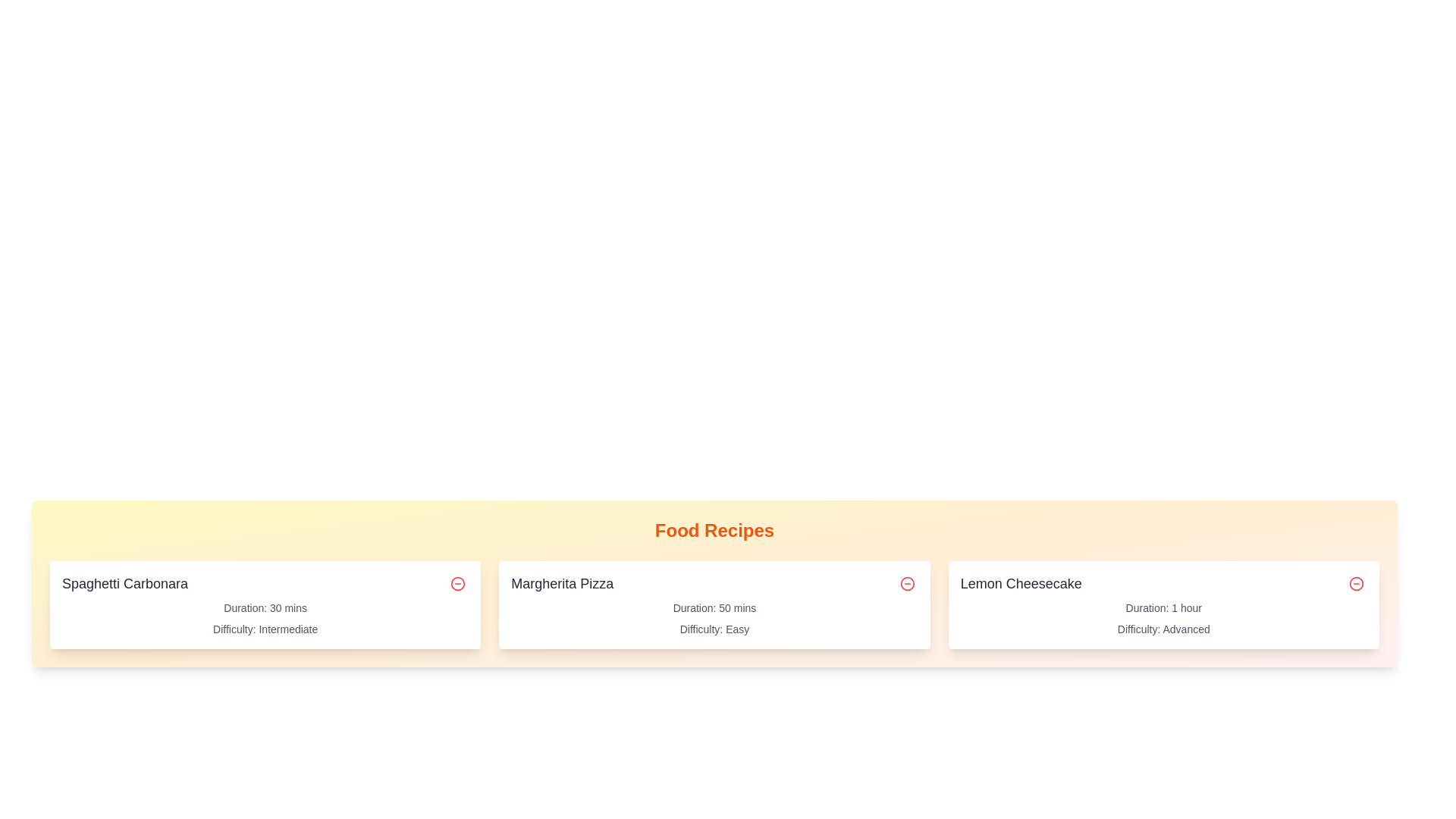  I want to click on the duration display label located in the middle recipe card under 'Margherita Pizza' heading and above 'Difficulty: Easy' text, so click(714, 607).